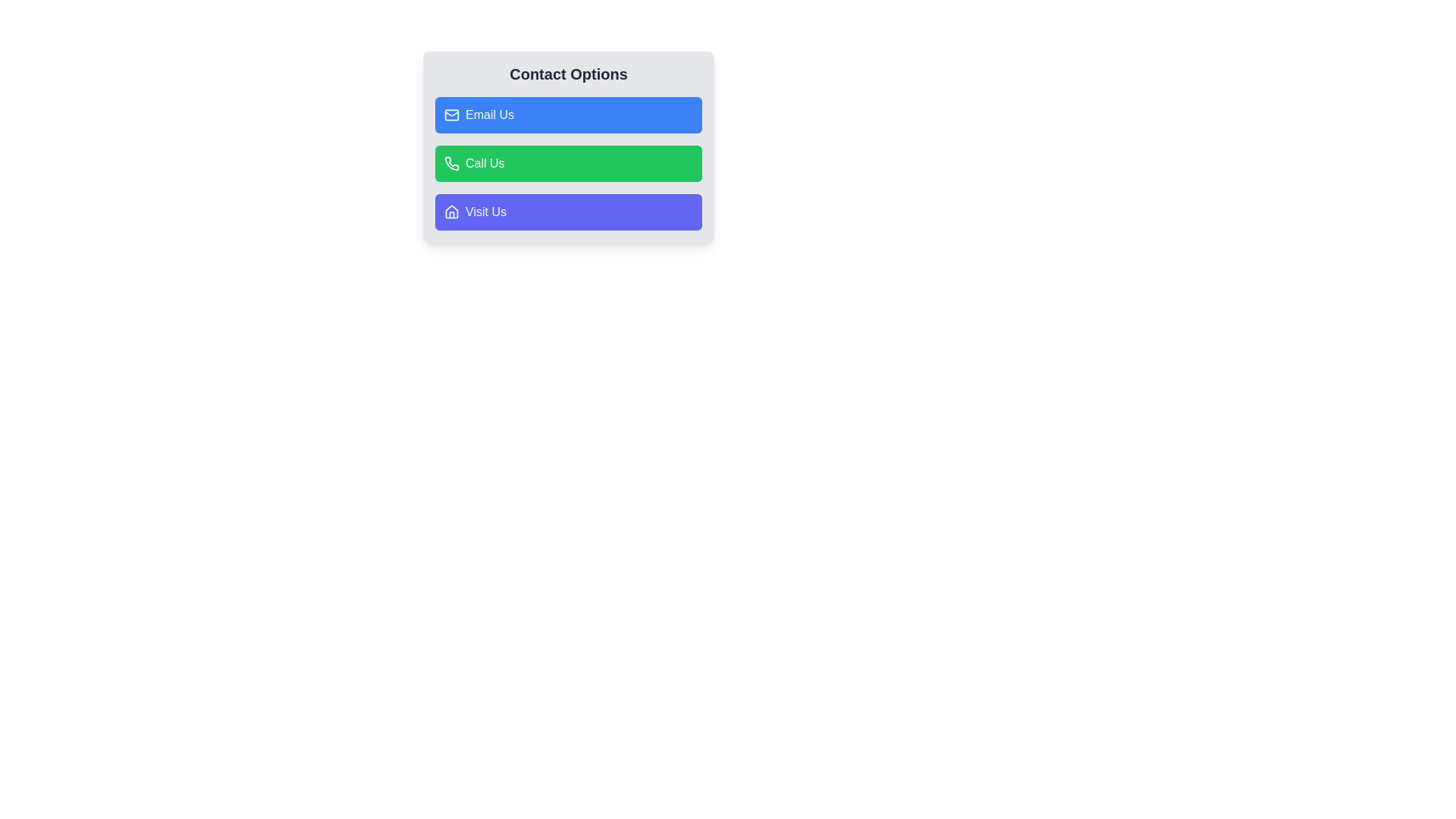 Image resolution: width=1456 pixels, height=819 pixels. What do you see at coordinates (450, 114) in the screenshot?
I see `the 'Email Us' button that contains the mail icon, which is located at the top of the vertical list of buttons under 'Contact Options'` at bounding box center [450, 114].